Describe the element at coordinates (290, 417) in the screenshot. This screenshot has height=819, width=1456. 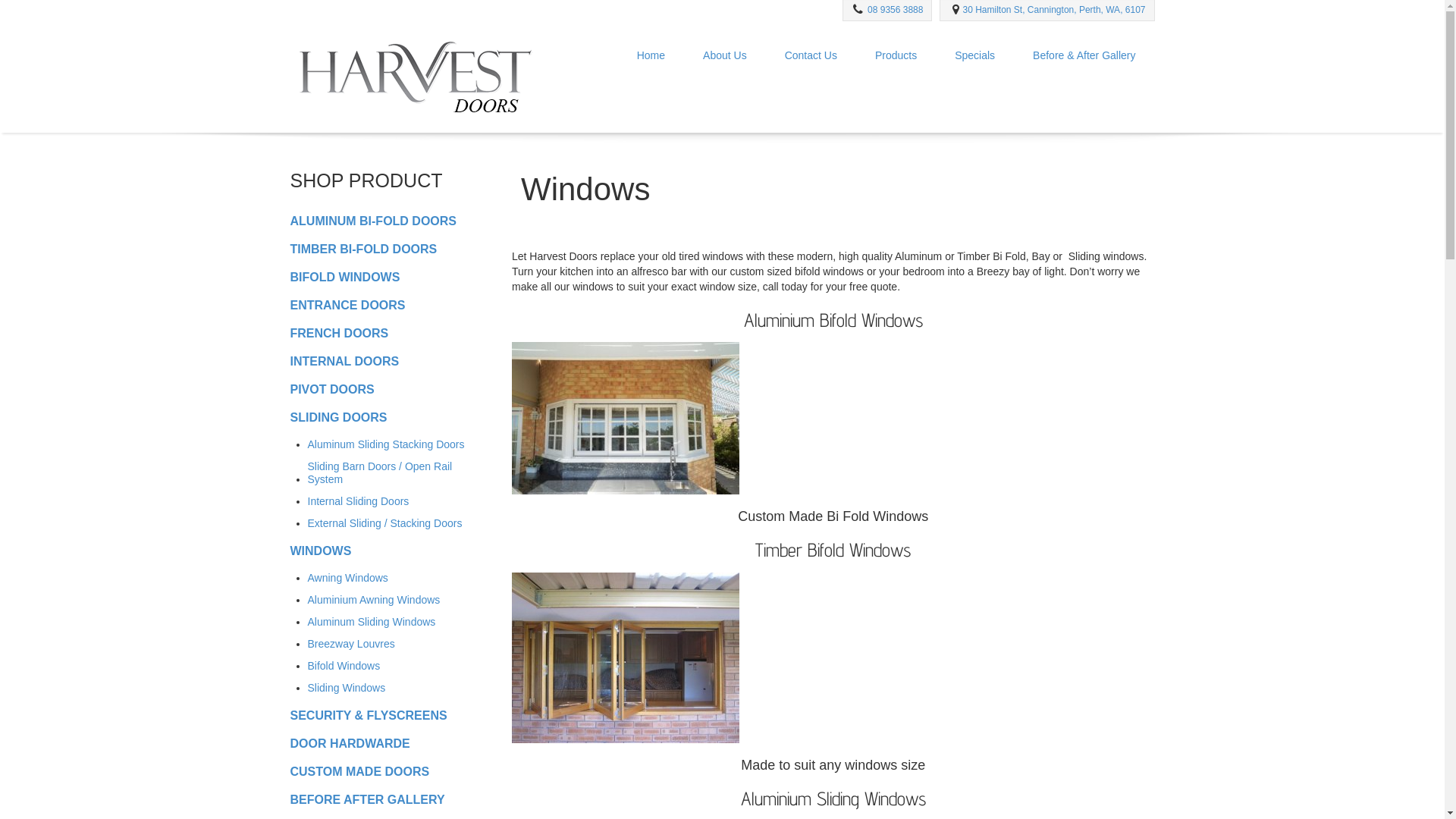
I see `'SLIDING DOORS'` at that location.